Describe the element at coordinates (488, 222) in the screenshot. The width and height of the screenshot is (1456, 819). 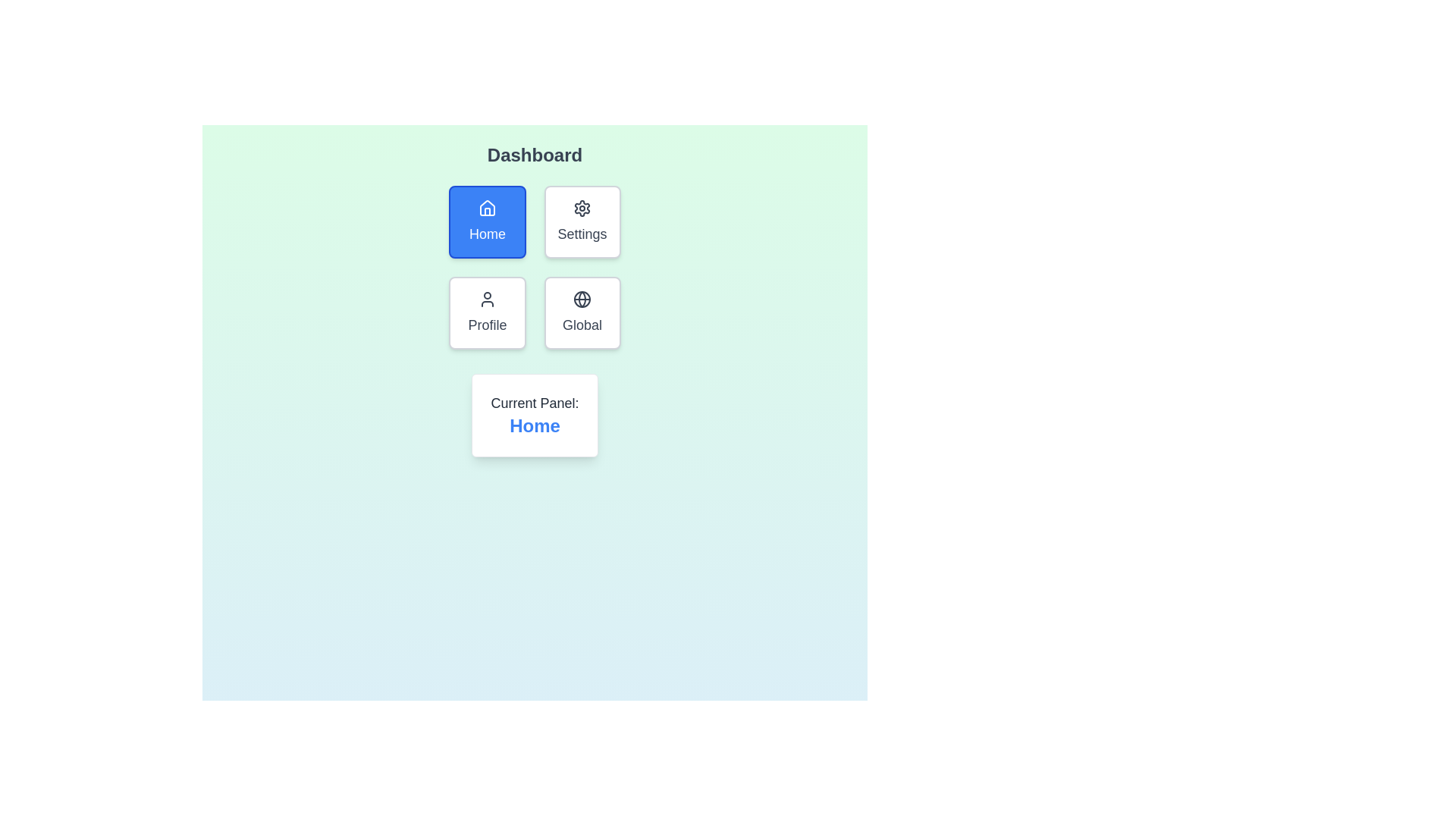
I see `the button for the Home panel` at that location.